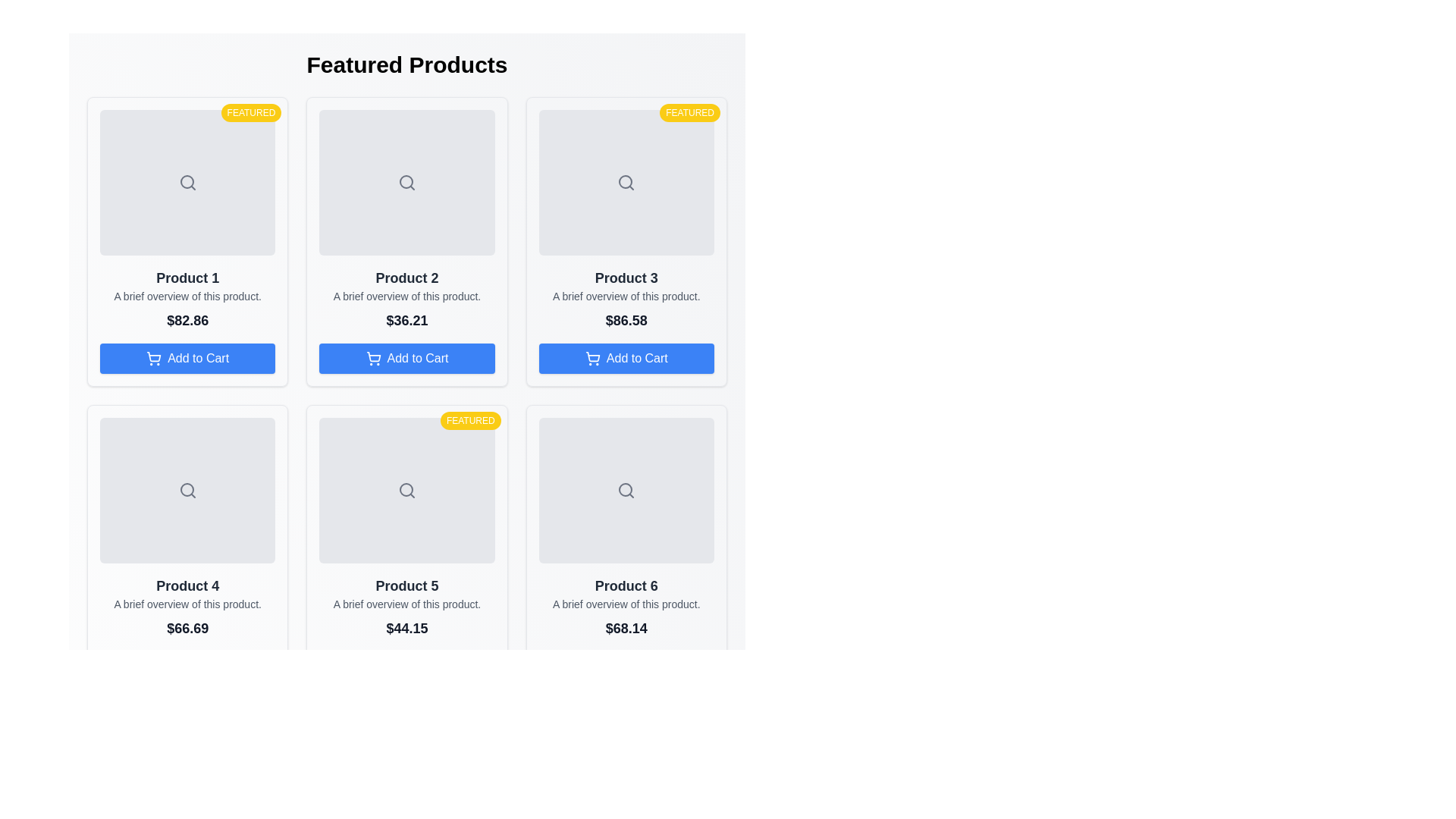 The image size is (1456, 819). What do you see at coordinates (406, 489) in the screenshot?
I see `the circular lens component of the magnifying glass icon located at the center of the 'Product 5' card` at bounding box center [406, 489].